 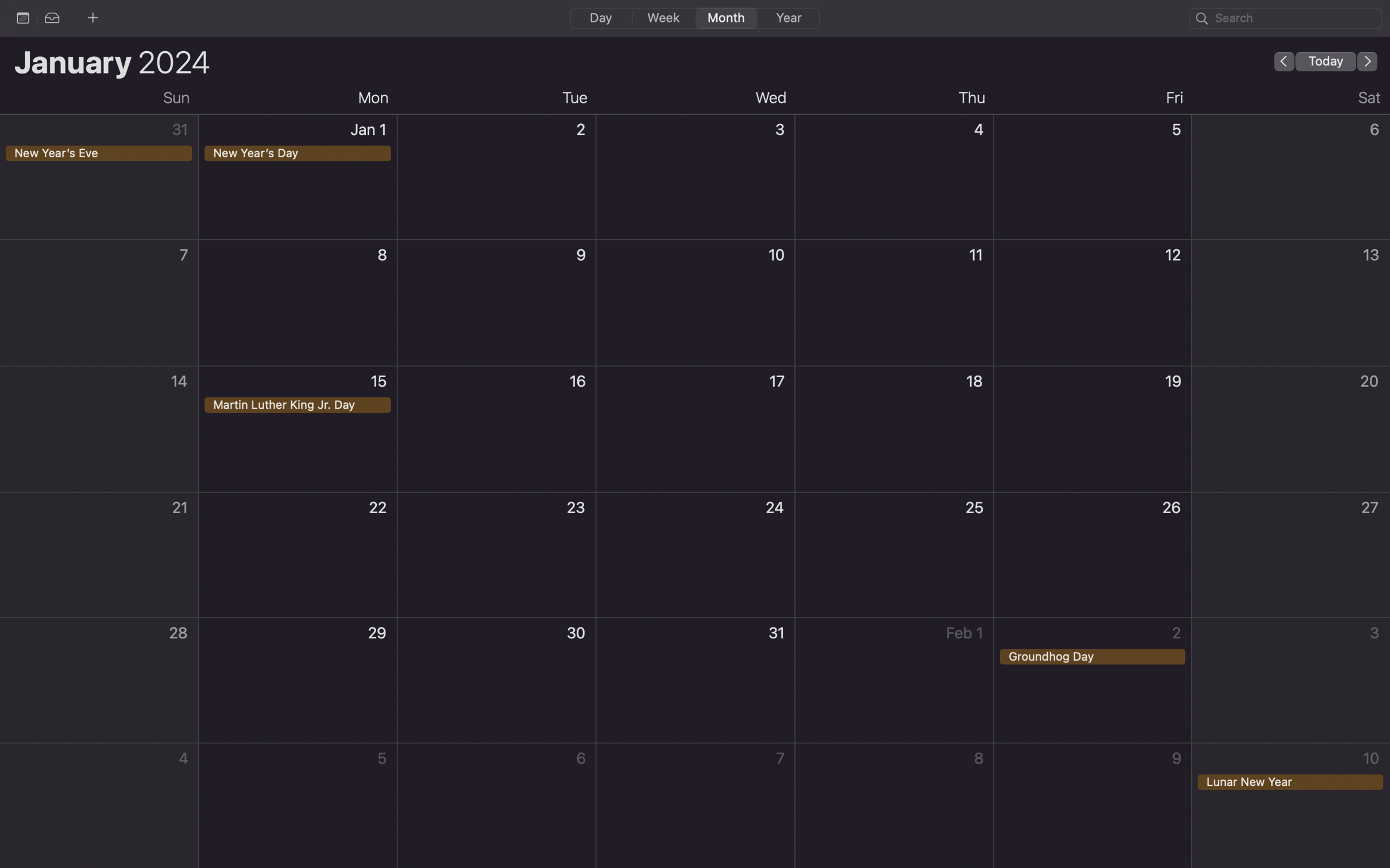 I want to click on Execute a double click on the event slated for Groundhog Day, so click(x=1095, y=681).